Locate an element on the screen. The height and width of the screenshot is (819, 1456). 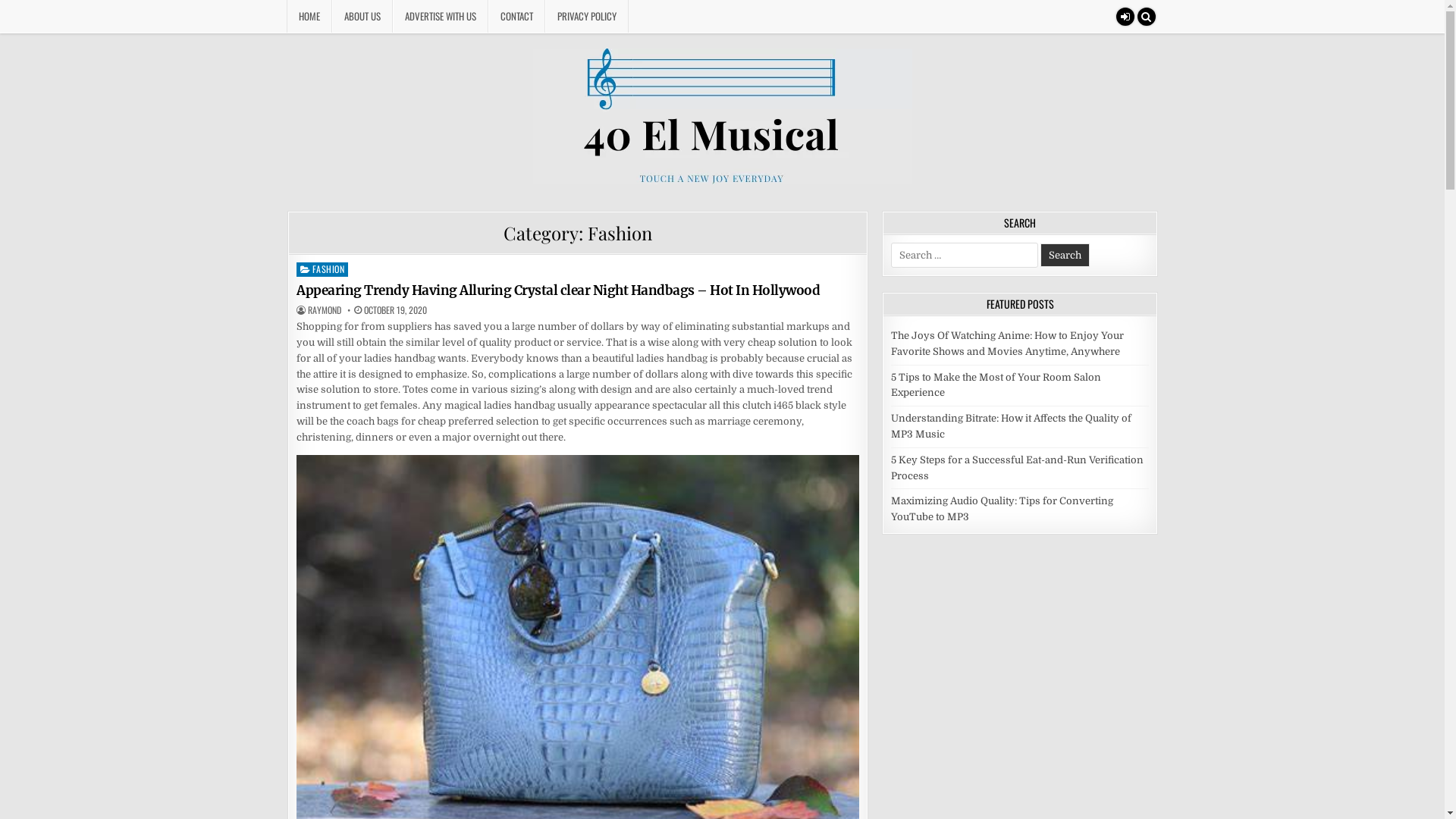
'PRIVACY POLICY' is located at coordinates (544, 16).